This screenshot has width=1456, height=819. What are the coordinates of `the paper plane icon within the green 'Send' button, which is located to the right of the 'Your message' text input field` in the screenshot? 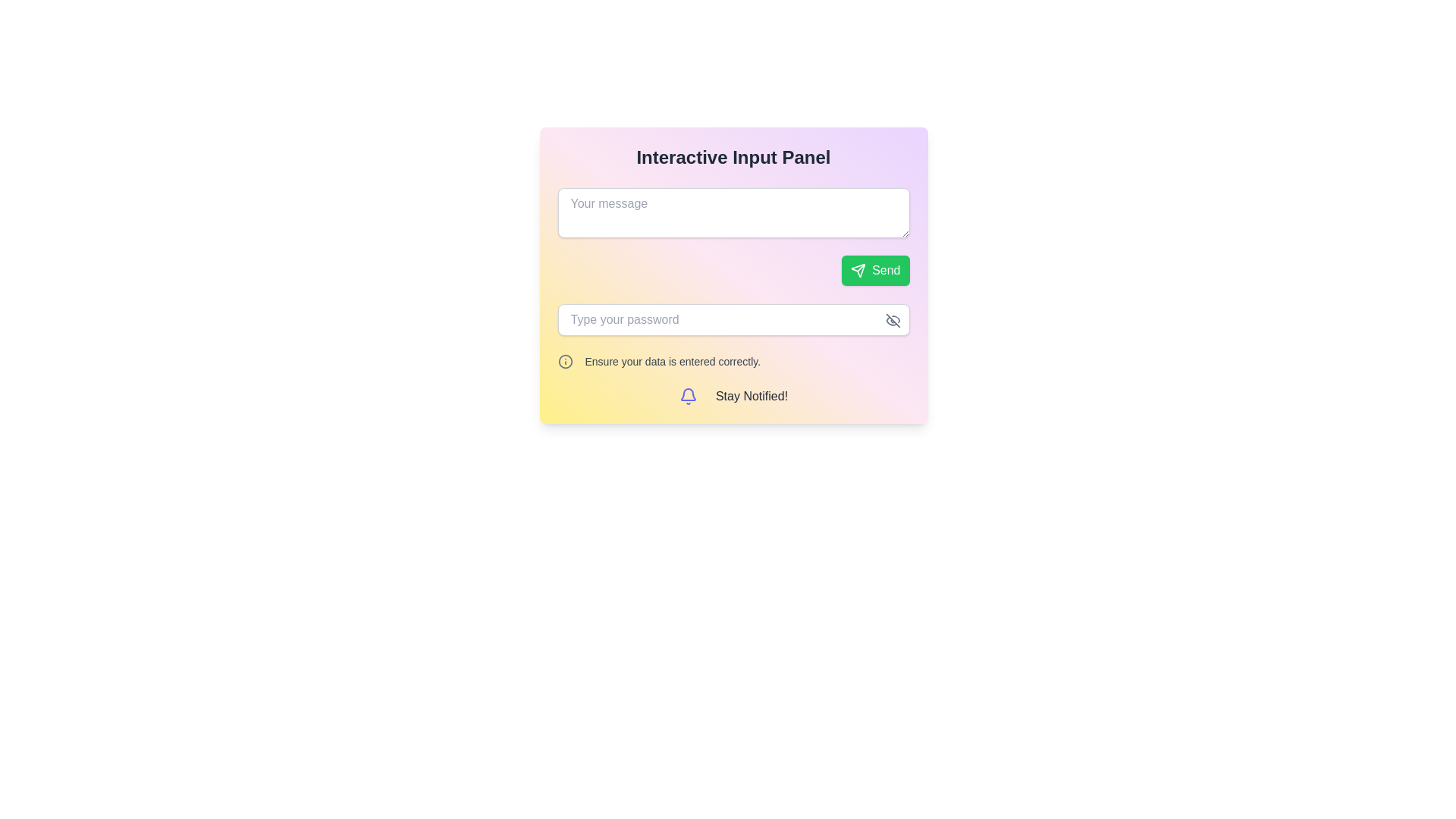 It's located at (858, 270).